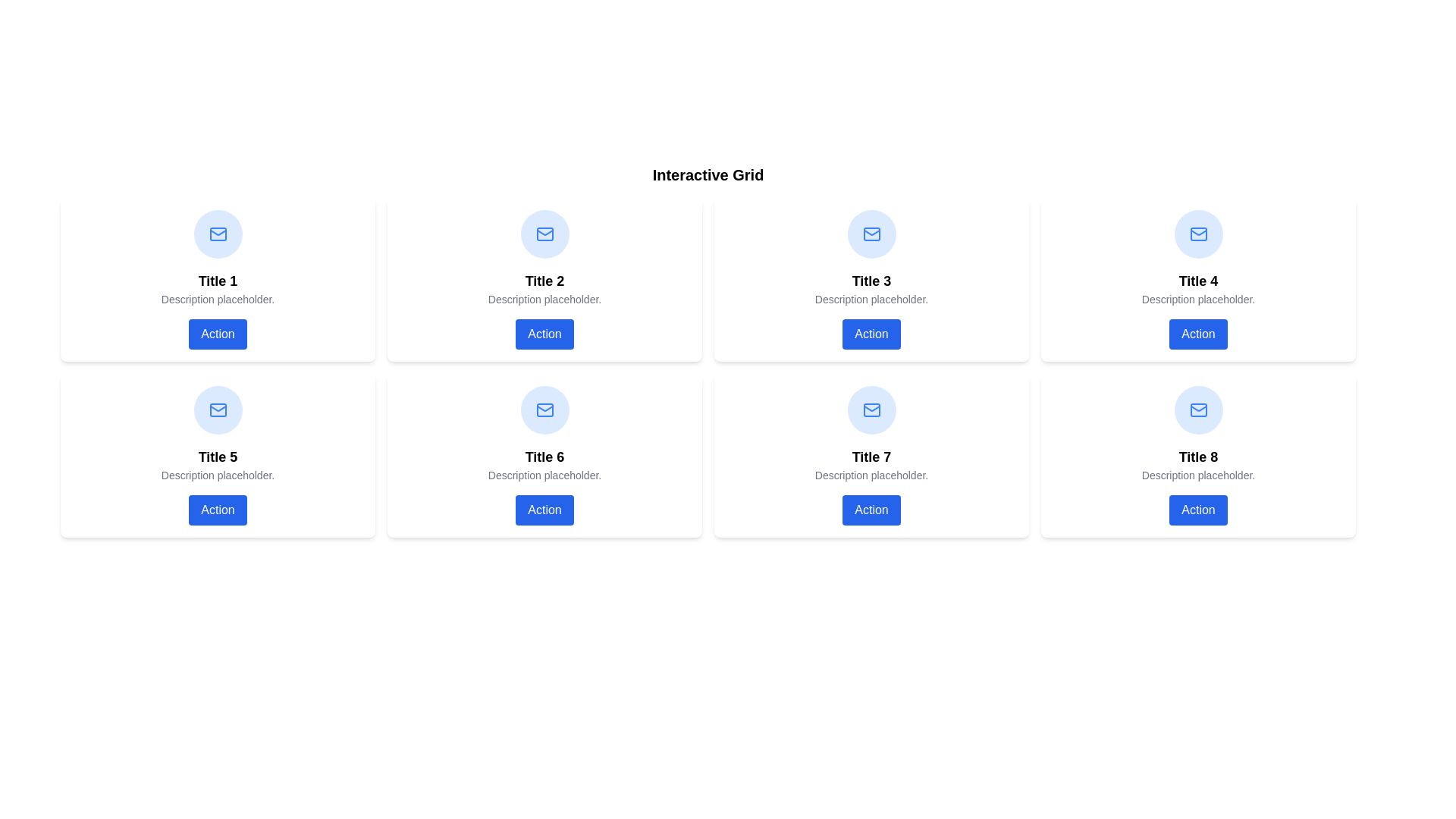  Describe the element at coordinates (217, 475) in the screenshot. I see `the descriptive Text Label located in the fifth card of the grid layout, positioned below 'Title 5' and above the 'Action' button` at that location.